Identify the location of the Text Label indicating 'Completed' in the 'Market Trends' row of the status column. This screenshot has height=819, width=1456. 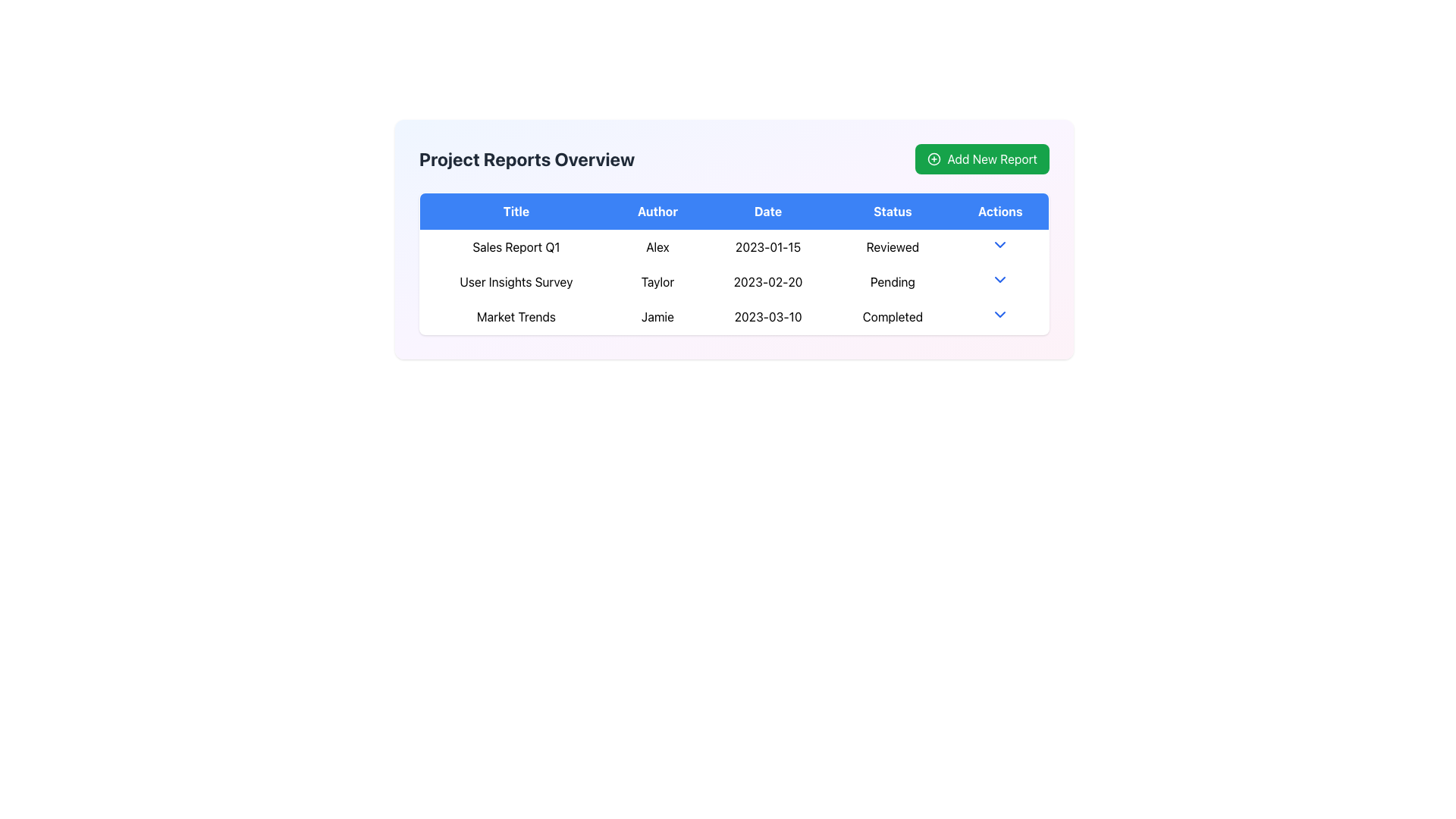
(893, 316).